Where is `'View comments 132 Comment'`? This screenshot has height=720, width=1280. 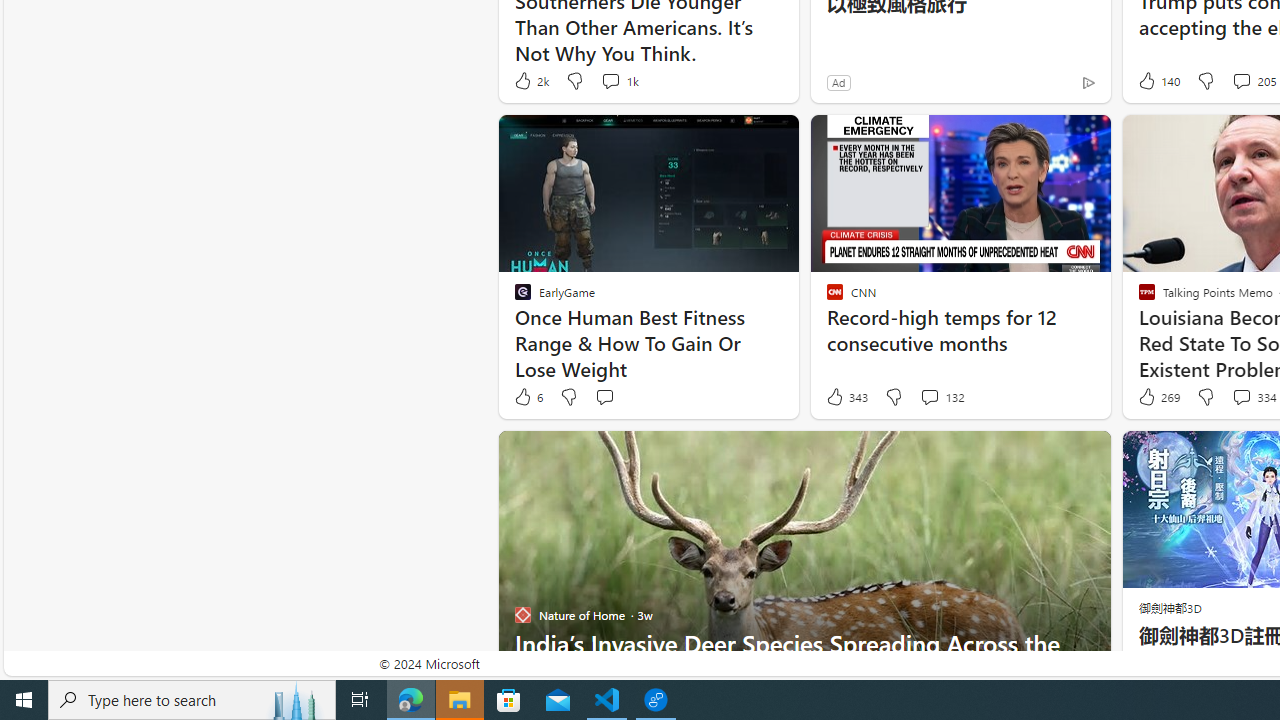
'View comments 132 Comment' is located at coordinates (928, 397).